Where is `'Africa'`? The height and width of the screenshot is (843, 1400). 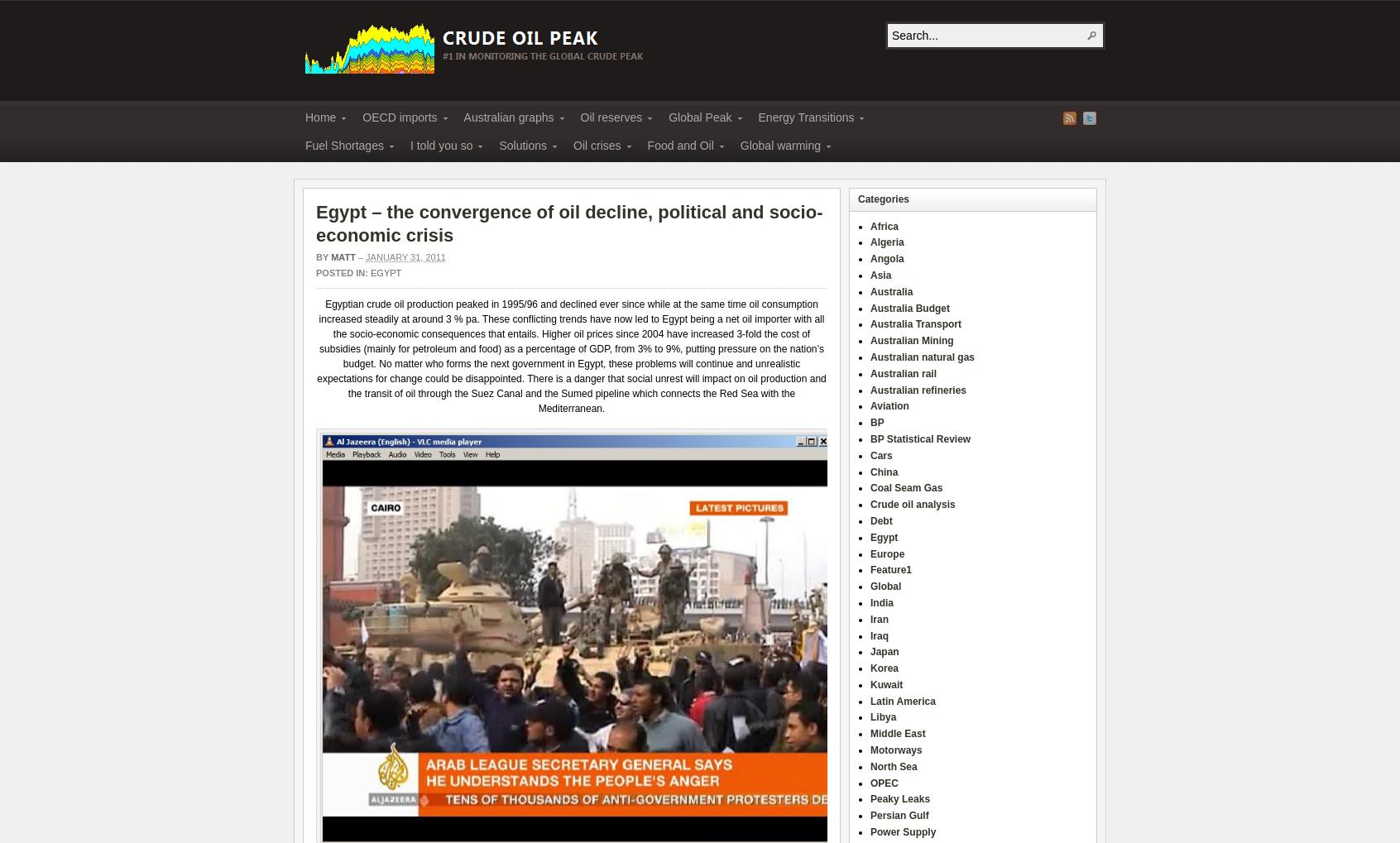 'Africa' is located at coordinates (885, 225).